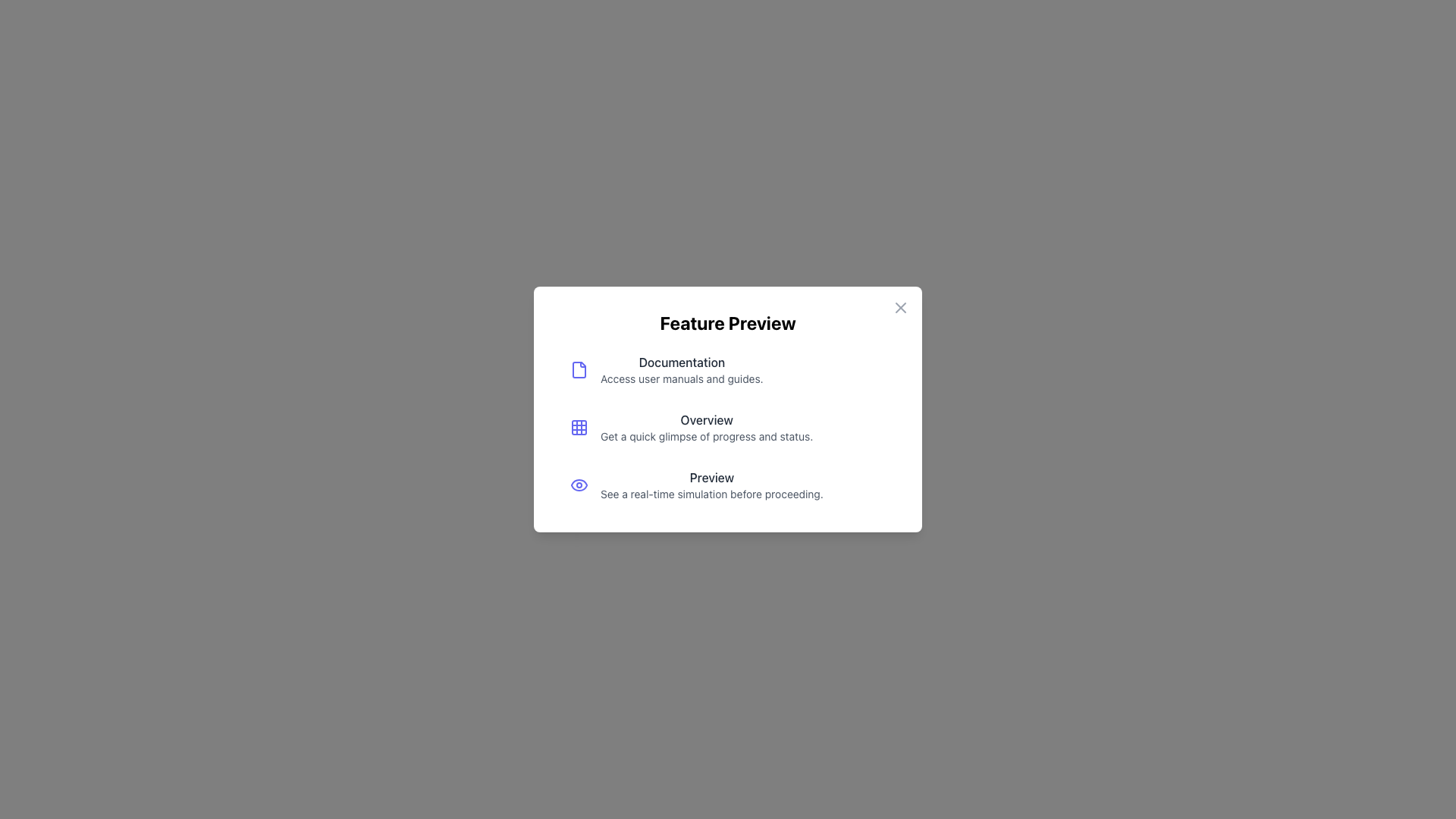  Describe the element at coordinates (711, 494) in the screenshot. I see `the text label element that reads 'See a real-time simulation before proceeding.' which is located below the 'Preview' label in the modal dialog box` at that location.